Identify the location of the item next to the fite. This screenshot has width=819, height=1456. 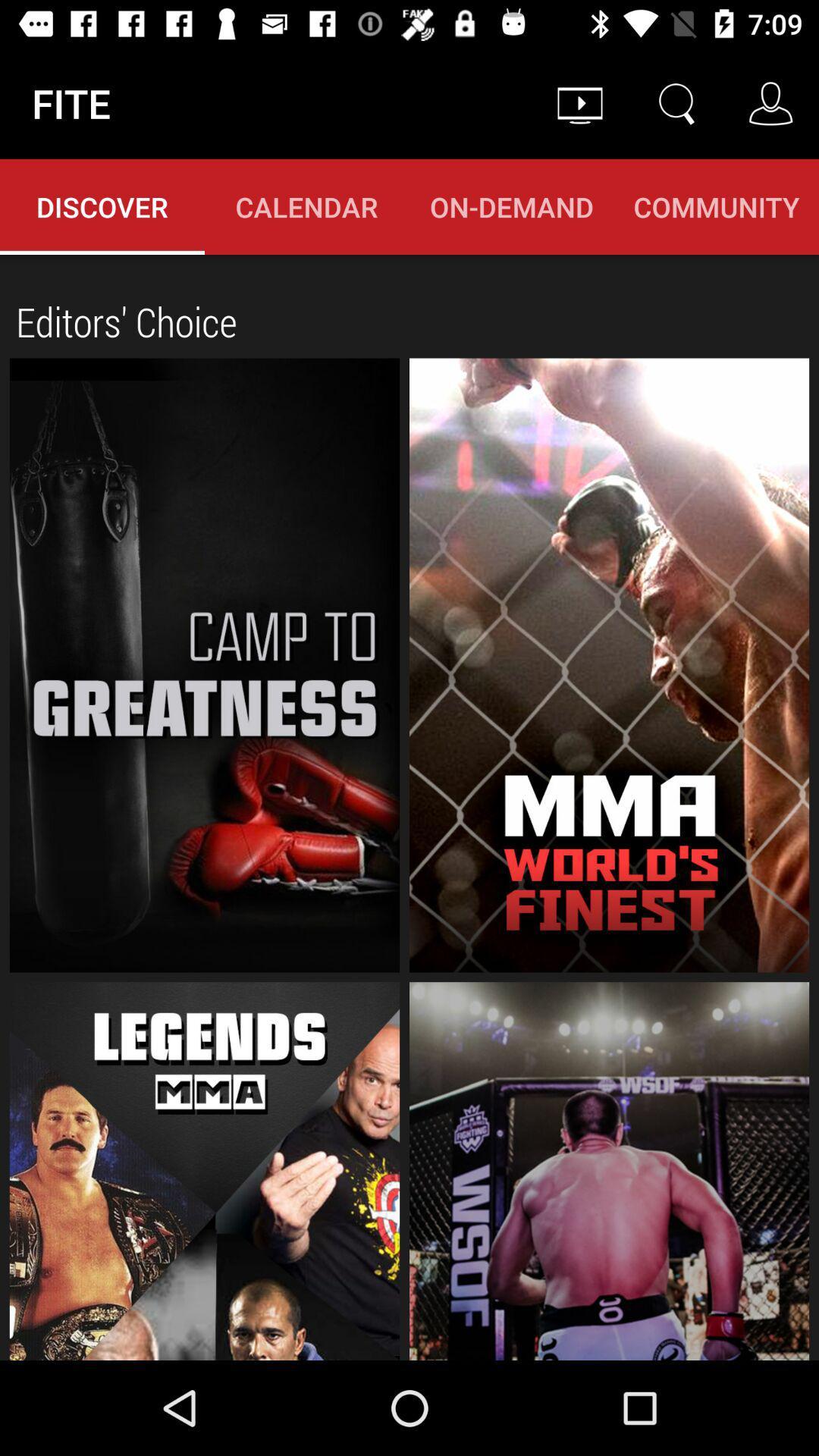
(579, 102).